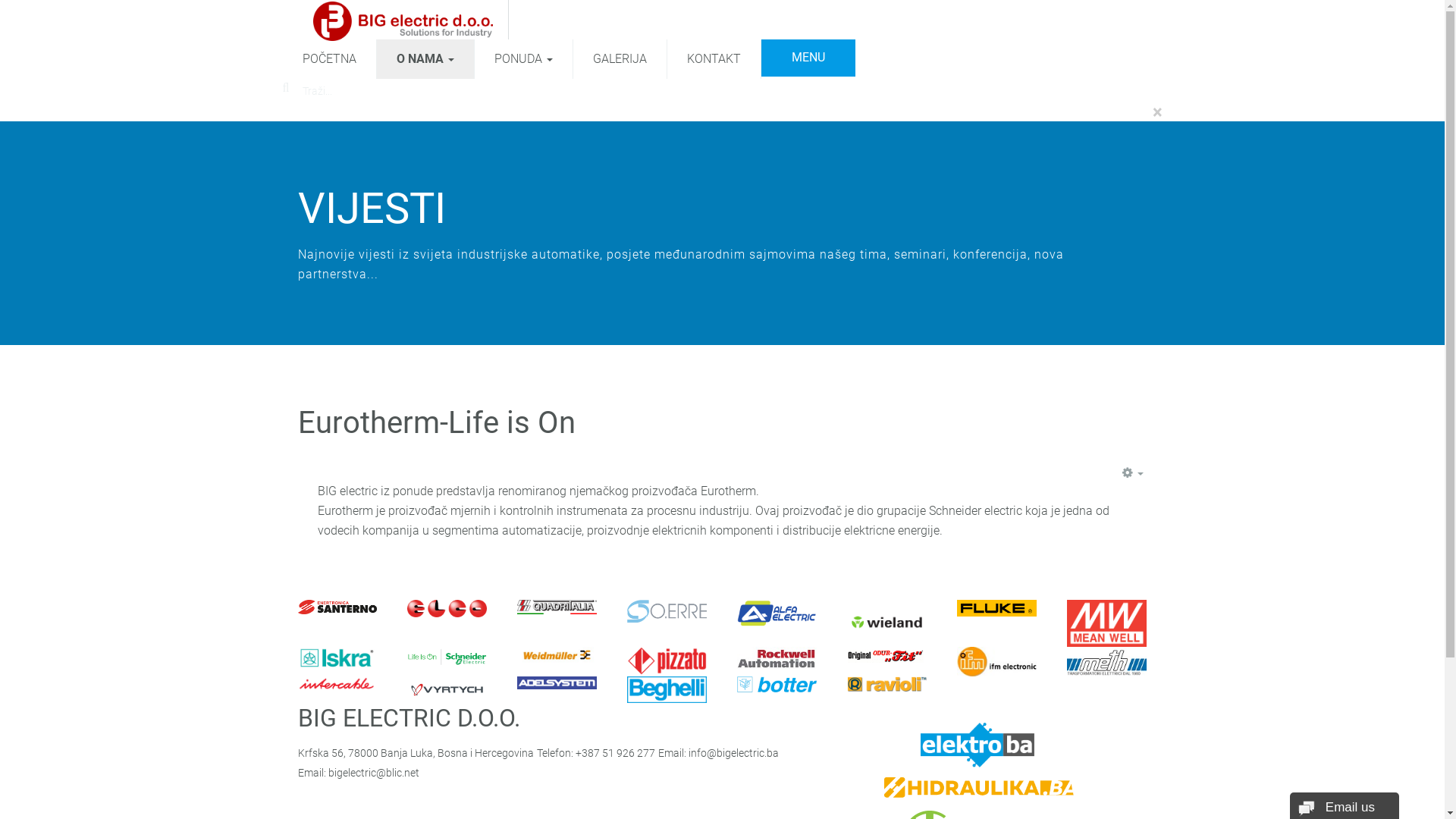 The image size is (1456, 819). Describe the element at coordinates (516, 682) in the screenshot. I see `'Adelsystem'` at that location.